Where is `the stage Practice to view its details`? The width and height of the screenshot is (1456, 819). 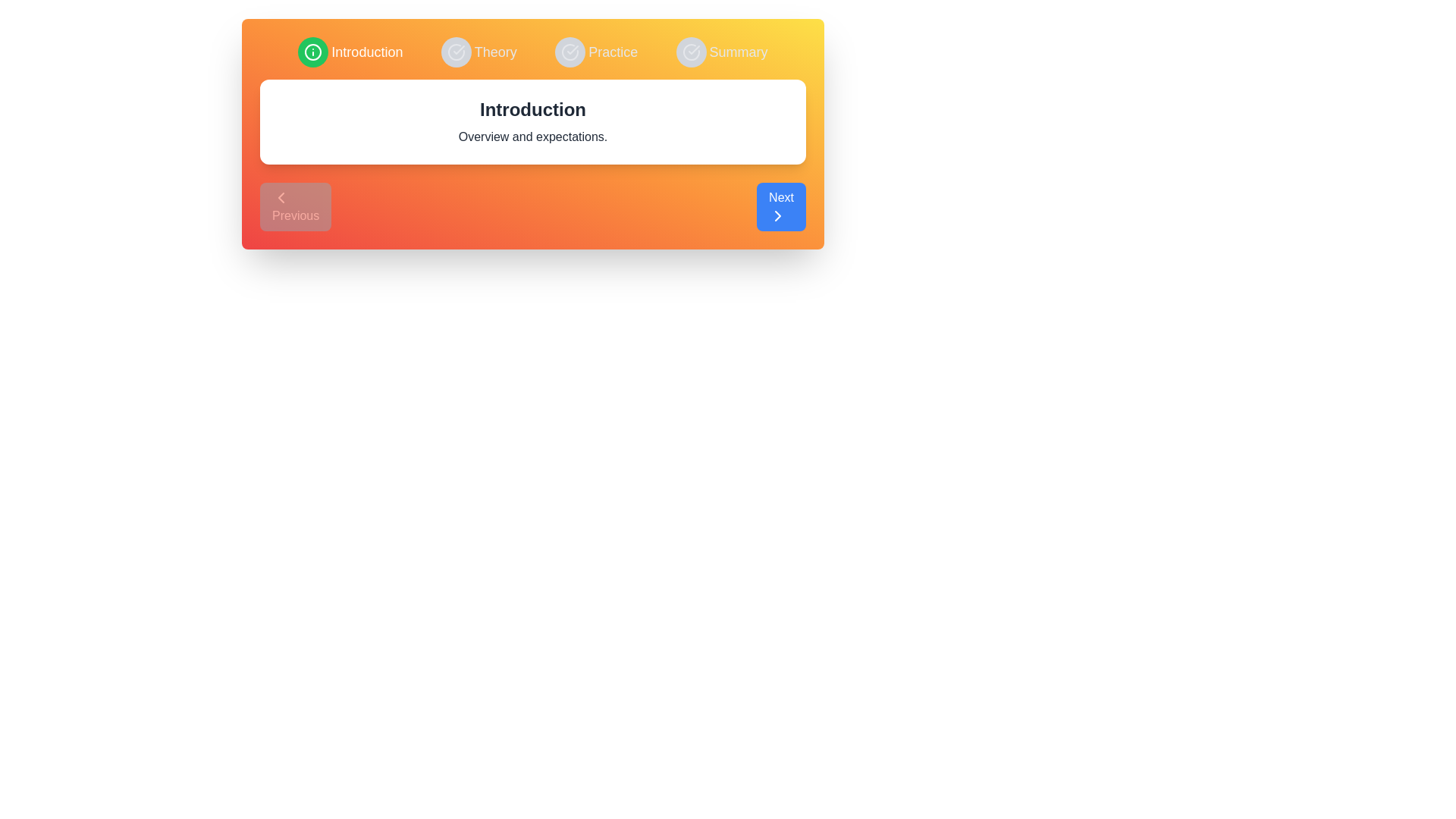 the stage Practice to view its details is located at coordinates (595, 52).